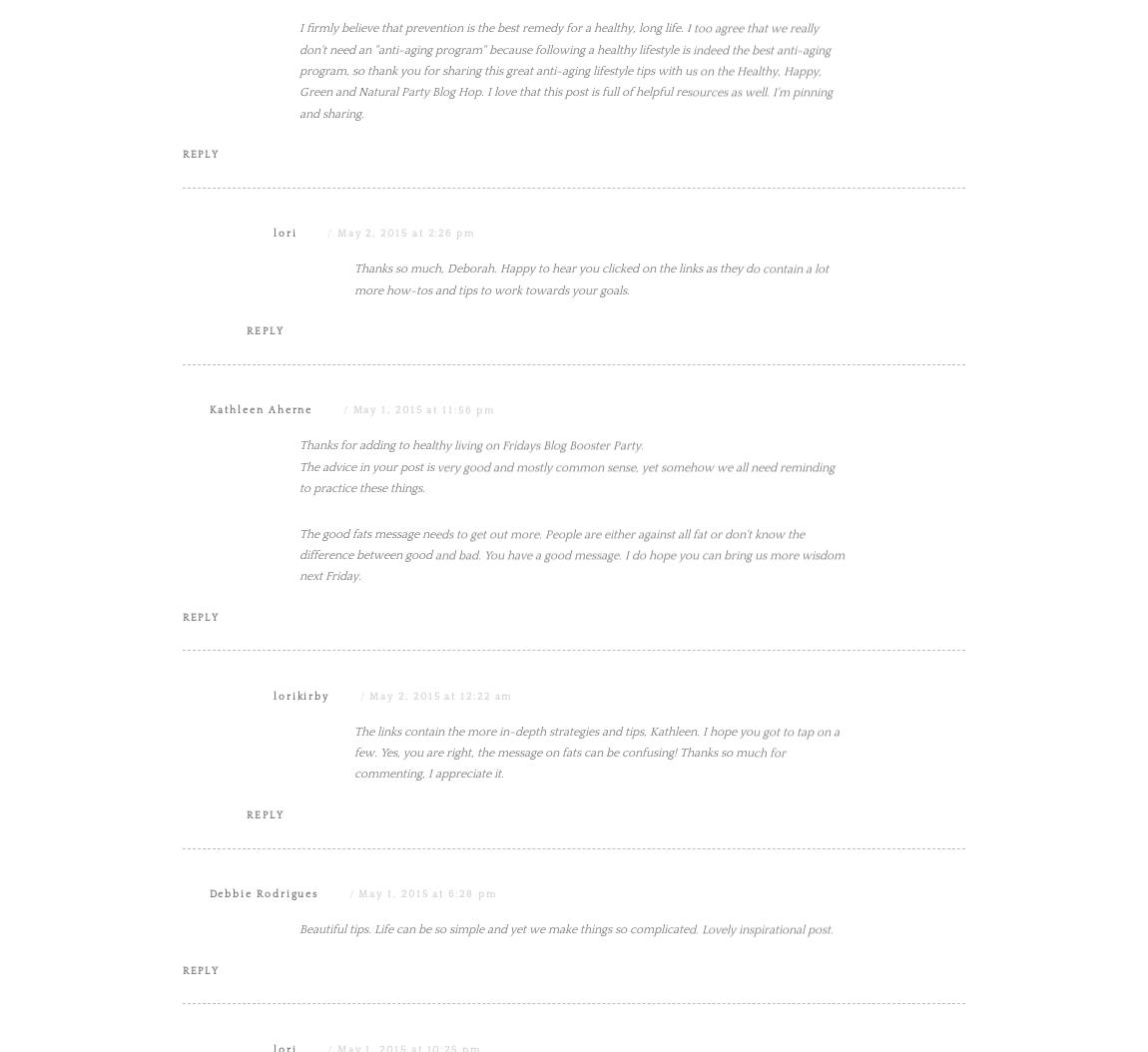 The image size is (1148, 1052). I want to click on 'The links contain the more in-depth strategies and tips, Kathleen.  I hope you got to tap on a few. Yes, you are right, the message on fats can be confusing!  Thanks so much for commenting,  I appreciate it.', so click(596, 953).